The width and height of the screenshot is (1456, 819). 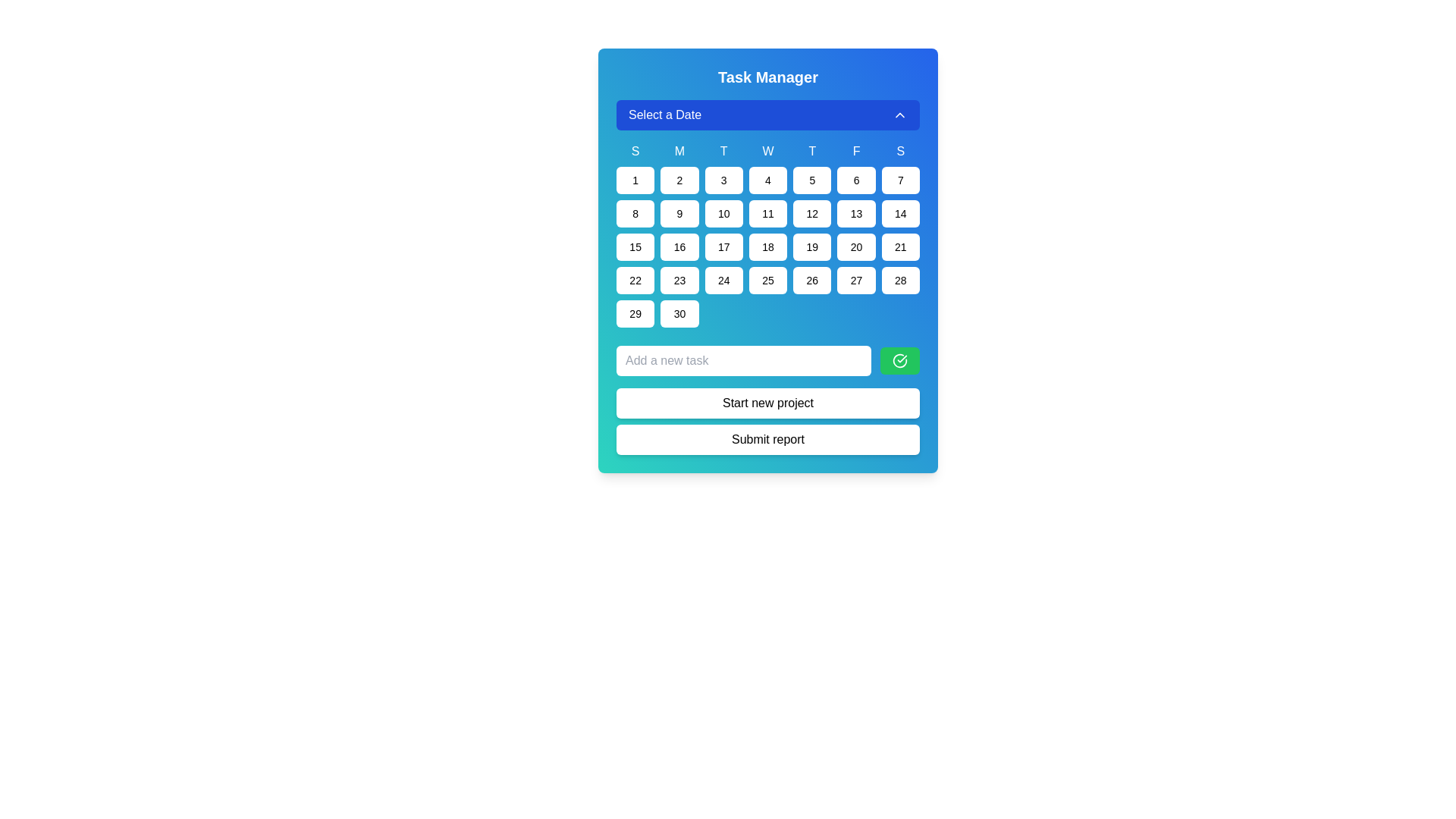 I want to click on the button representing the date '12' in the calendar grid below the 'Thursday' header, so click(x=811, y=213).